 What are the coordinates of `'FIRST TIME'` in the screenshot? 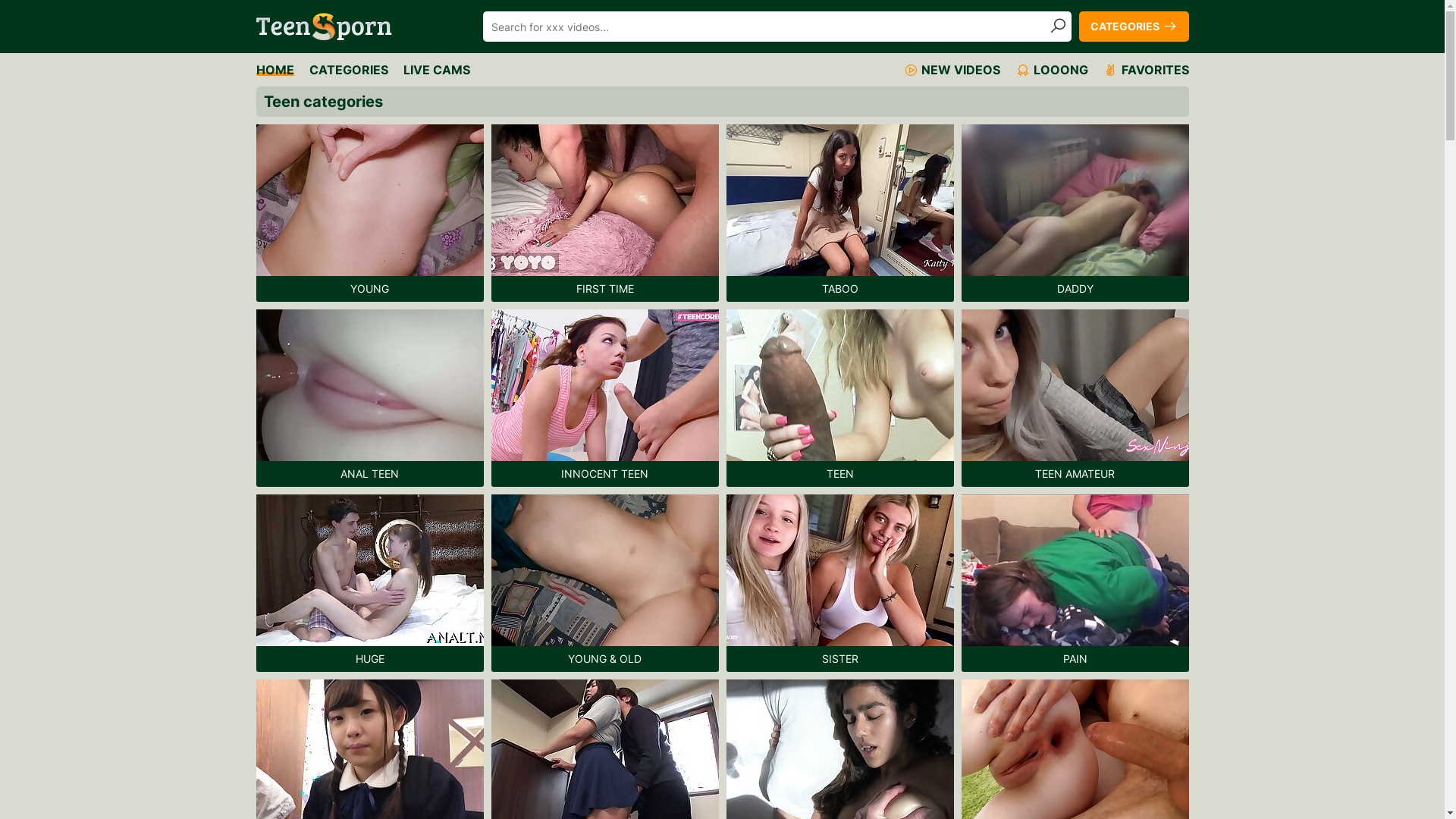 It's located at (604, 213).